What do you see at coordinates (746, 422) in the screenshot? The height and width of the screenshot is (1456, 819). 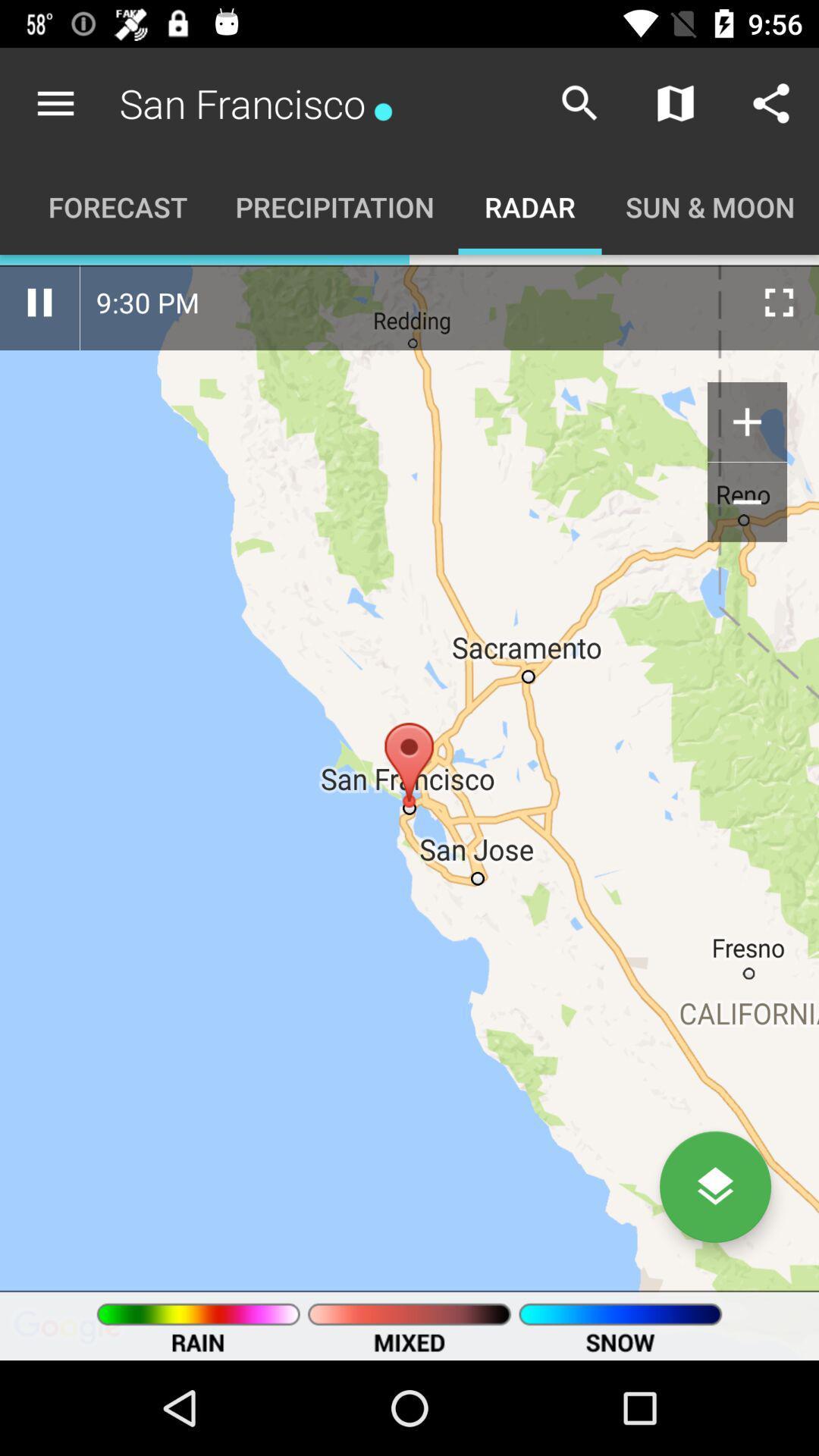 I see `the add icon` at bounding box center [746, 422].